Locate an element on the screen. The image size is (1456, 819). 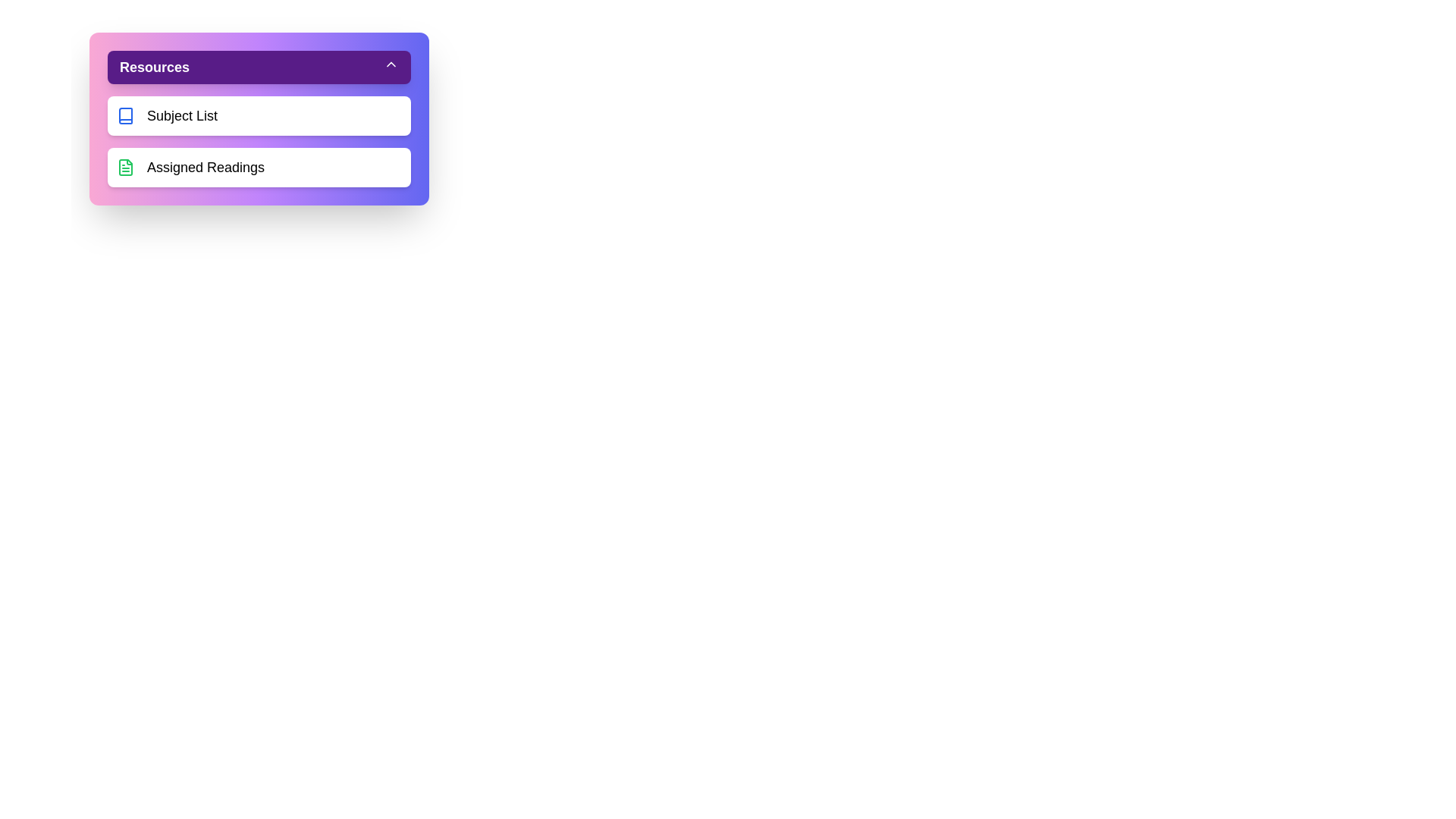
the icon indicating the 'Assigned Readings' menu item located to the left of the text label under the 'Resources' section is located at coordinates (126, 167).